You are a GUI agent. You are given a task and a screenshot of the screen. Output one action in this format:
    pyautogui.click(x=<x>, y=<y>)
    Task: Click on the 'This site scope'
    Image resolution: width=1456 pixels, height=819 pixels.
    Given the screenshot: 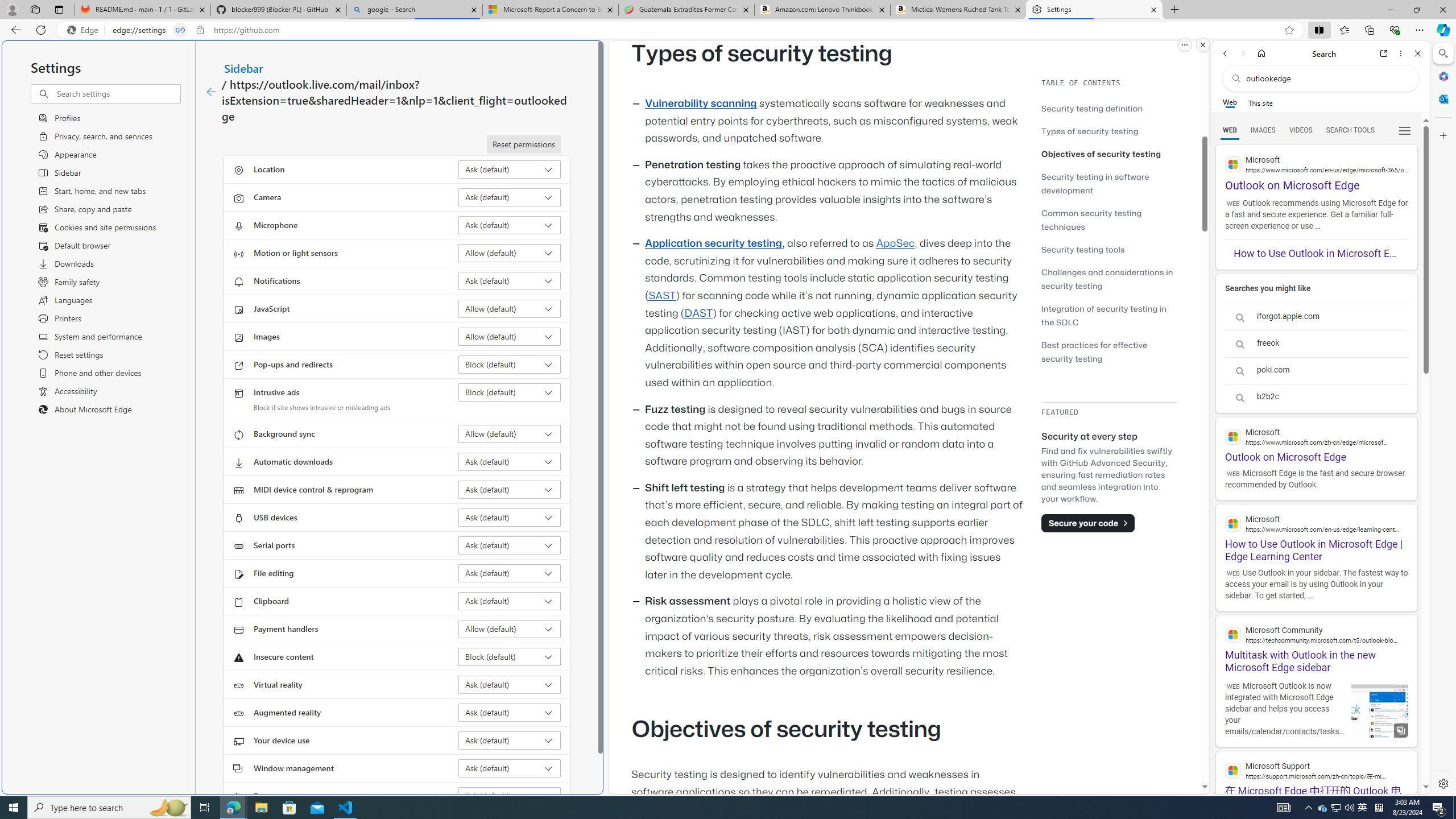 What is the action you would take?
    pyautogui.click(x=1259, y=102)
    